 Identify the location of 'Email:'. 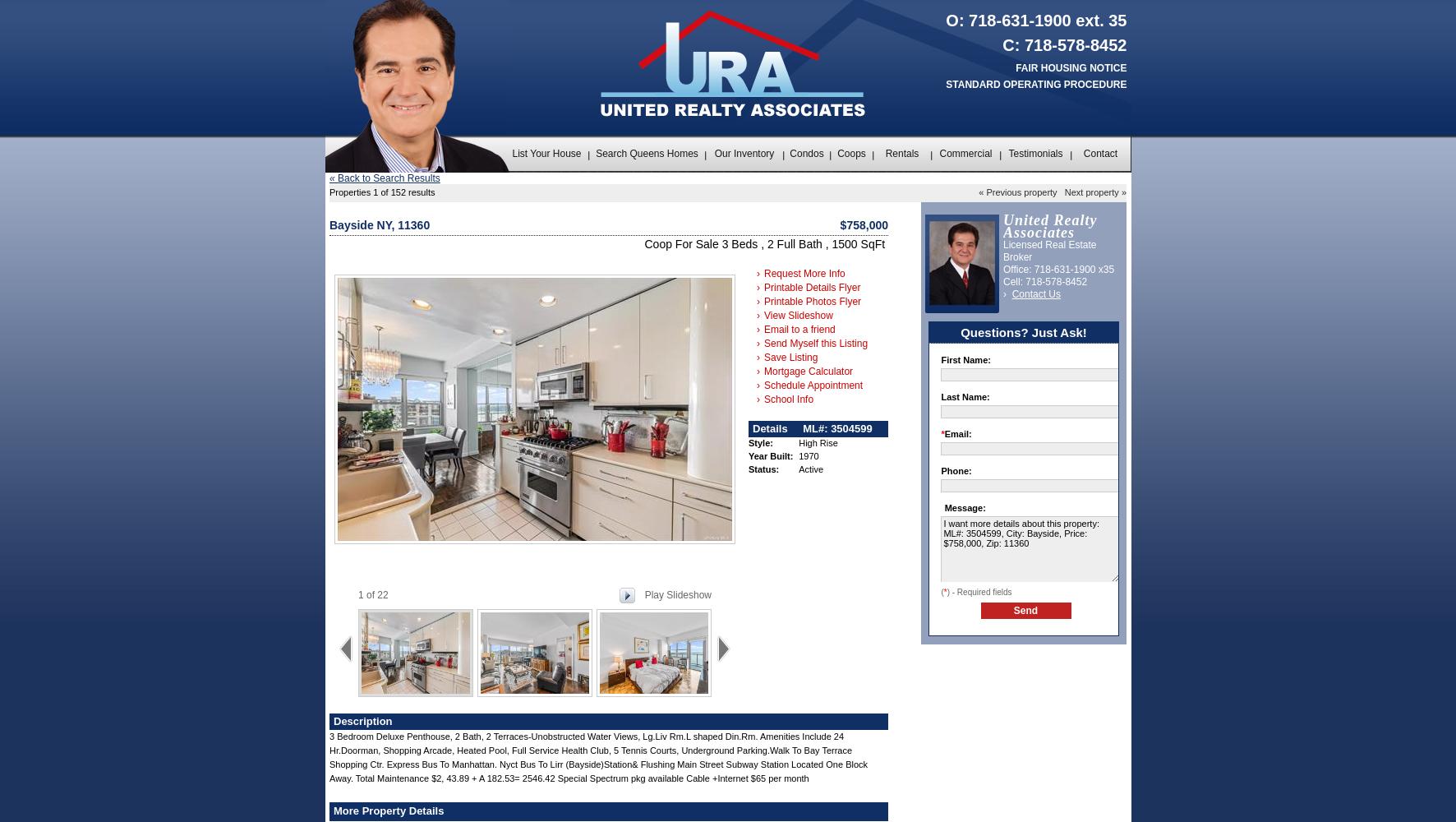
(942, 434).